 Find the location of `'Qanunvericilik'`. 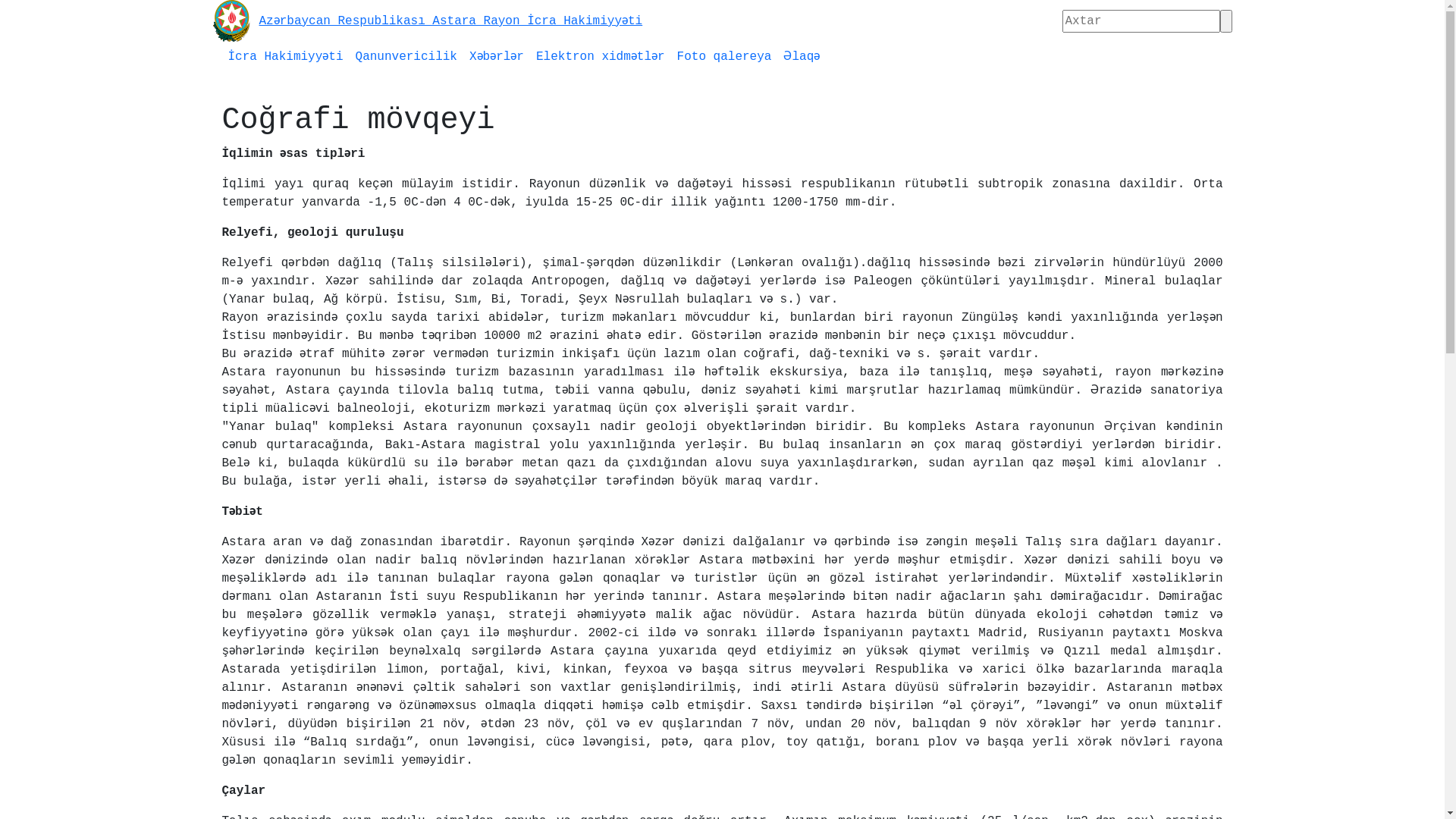

'Qanunvericilik' is located at coordinates (406, 55).